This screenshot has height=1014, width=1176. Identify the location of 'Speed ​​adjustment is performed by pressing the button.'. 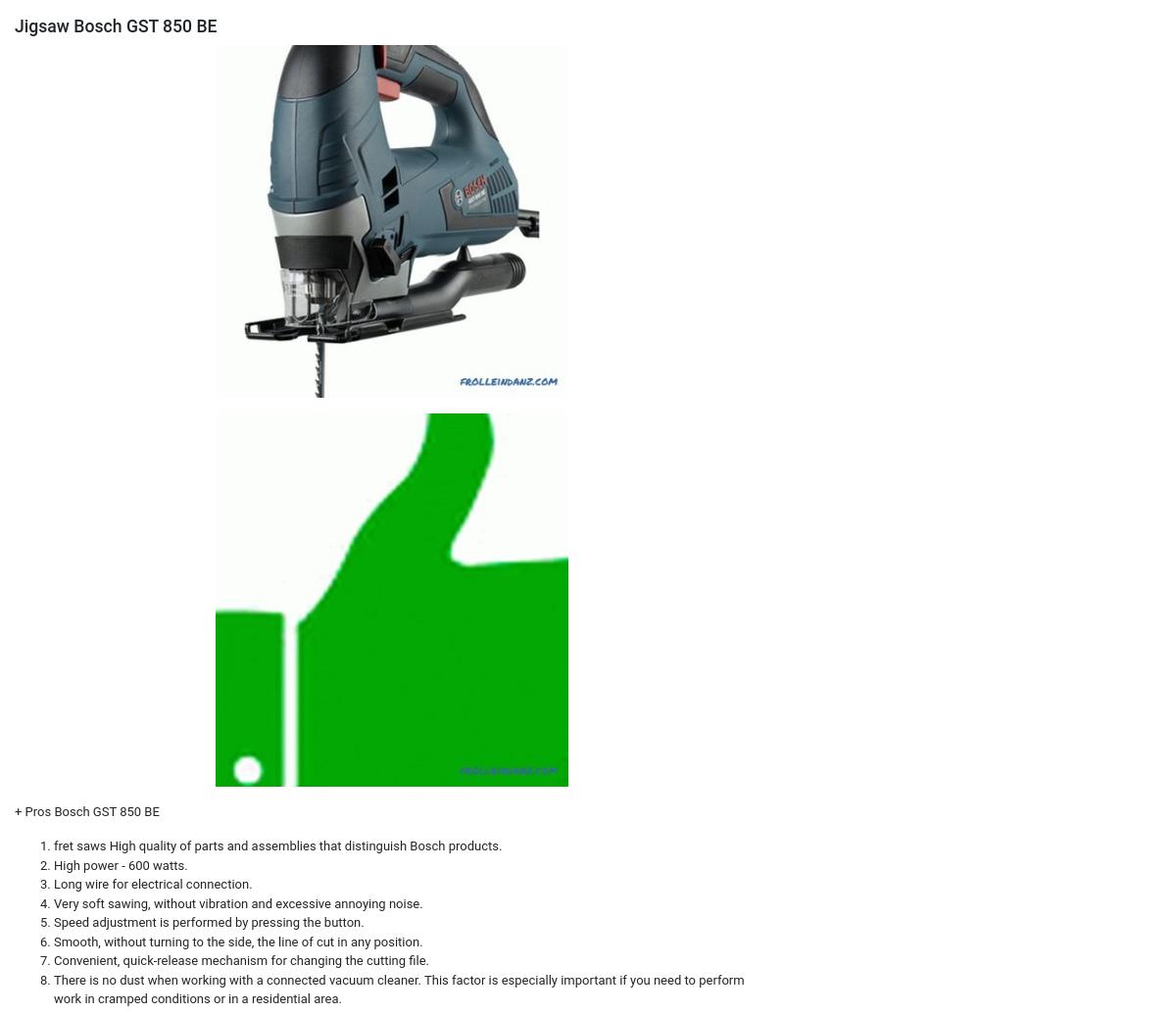
(208, 921).